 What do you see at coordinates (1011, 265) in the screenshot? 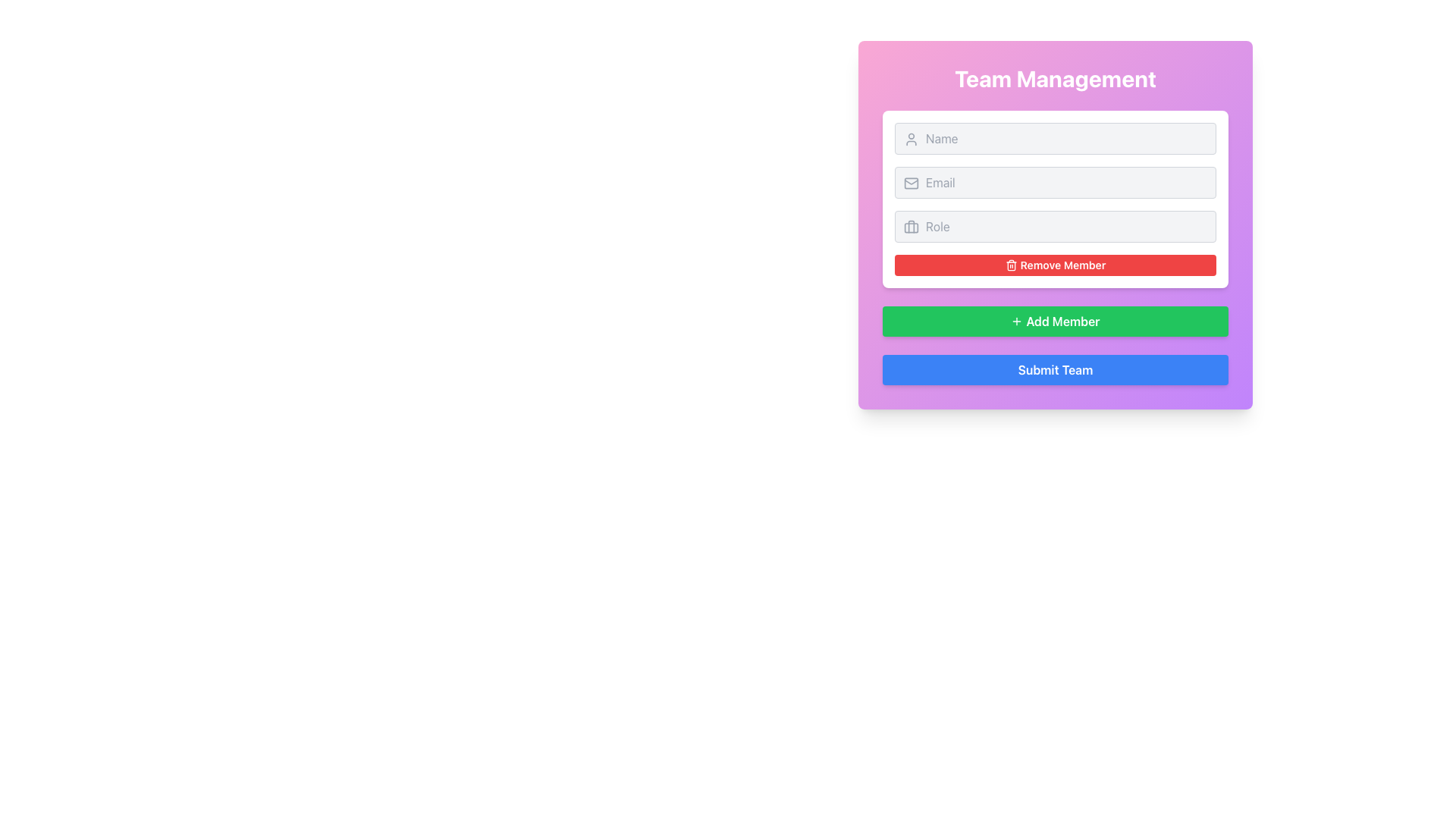
I see `the small trash icon within the 'Remove Member' button` at bounding box center [1011, 265].